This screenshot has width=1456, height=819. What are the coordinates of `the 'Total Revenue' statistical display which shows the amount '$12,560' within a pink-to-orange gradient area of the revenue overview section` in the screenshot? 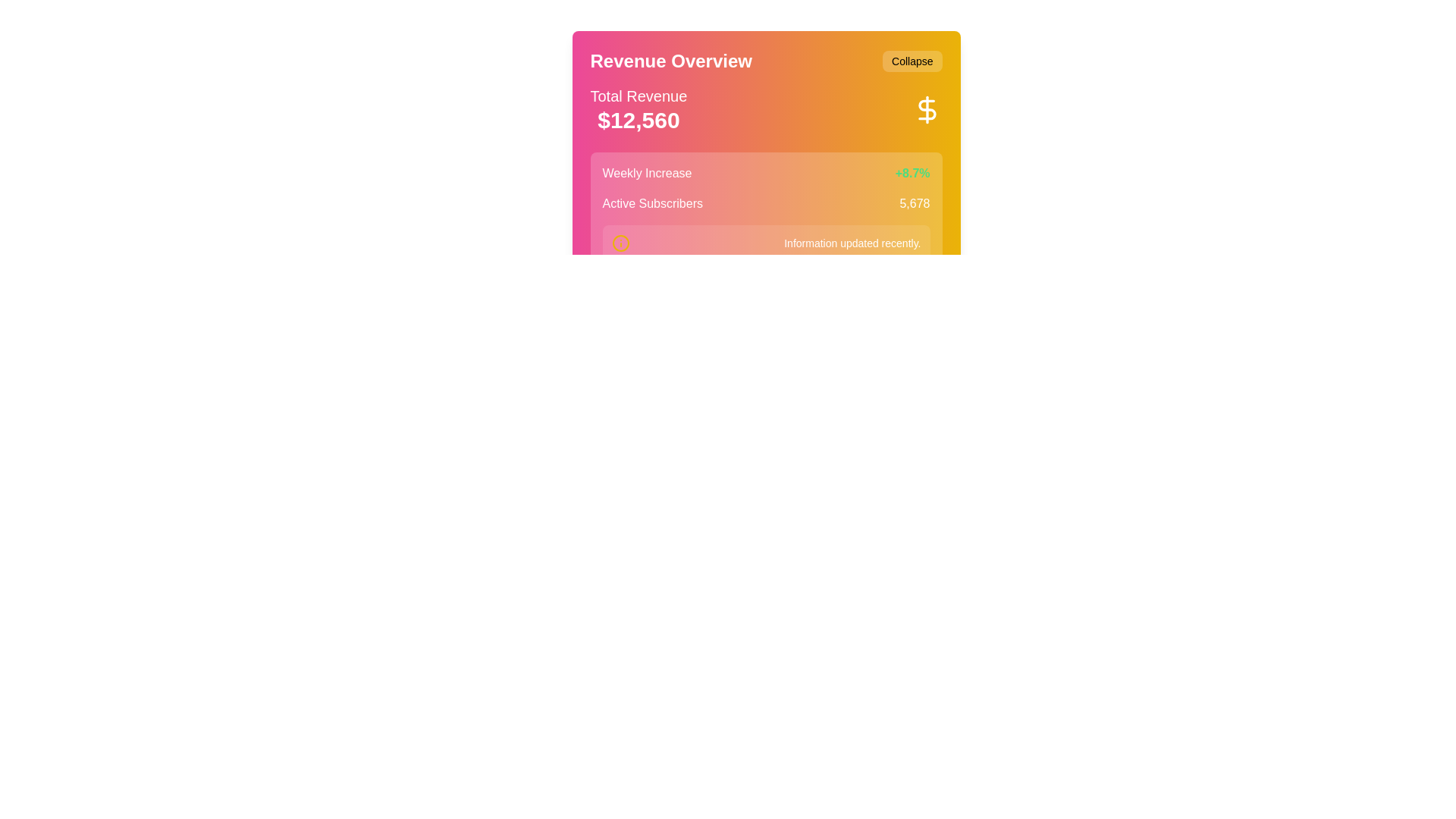 It's located at (639, 109).